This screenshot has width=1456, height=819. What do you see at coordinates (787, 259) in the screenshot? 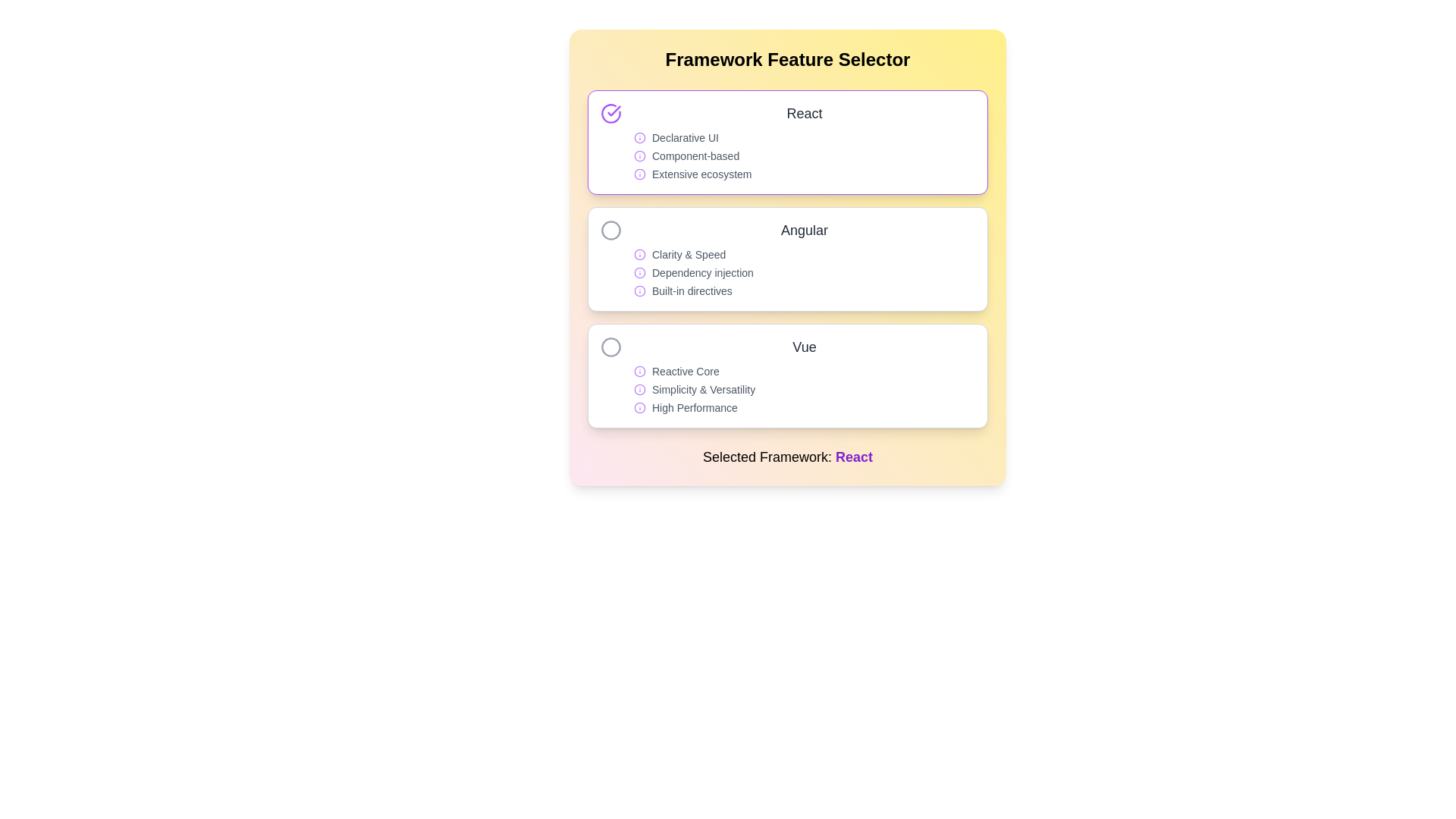
I see `the feature in the List of selectable items that represents a framework (React, Angular, or Vue)` at bounding box center [787, 259].